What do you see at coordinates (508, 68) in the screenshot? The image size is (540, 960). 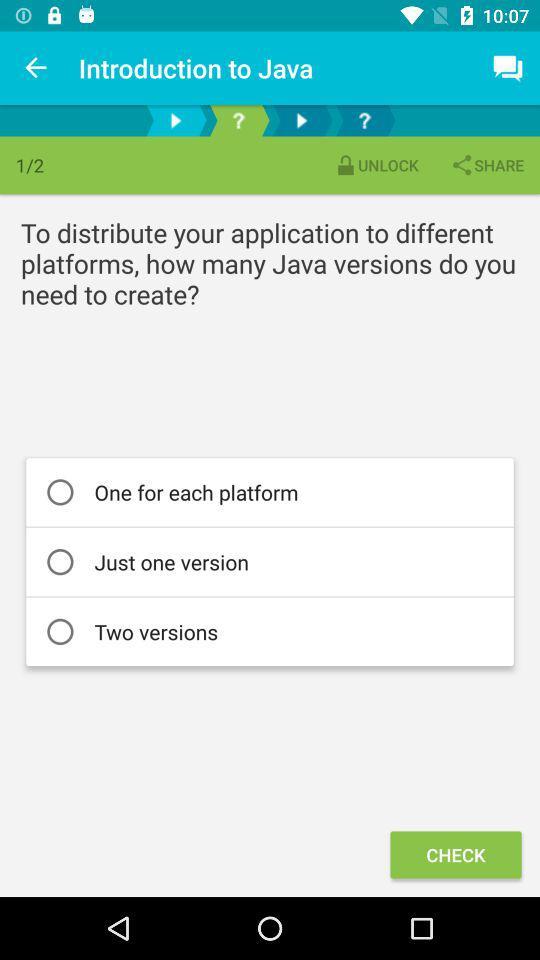 I see `the message icon` at bounding box center [508, 68].